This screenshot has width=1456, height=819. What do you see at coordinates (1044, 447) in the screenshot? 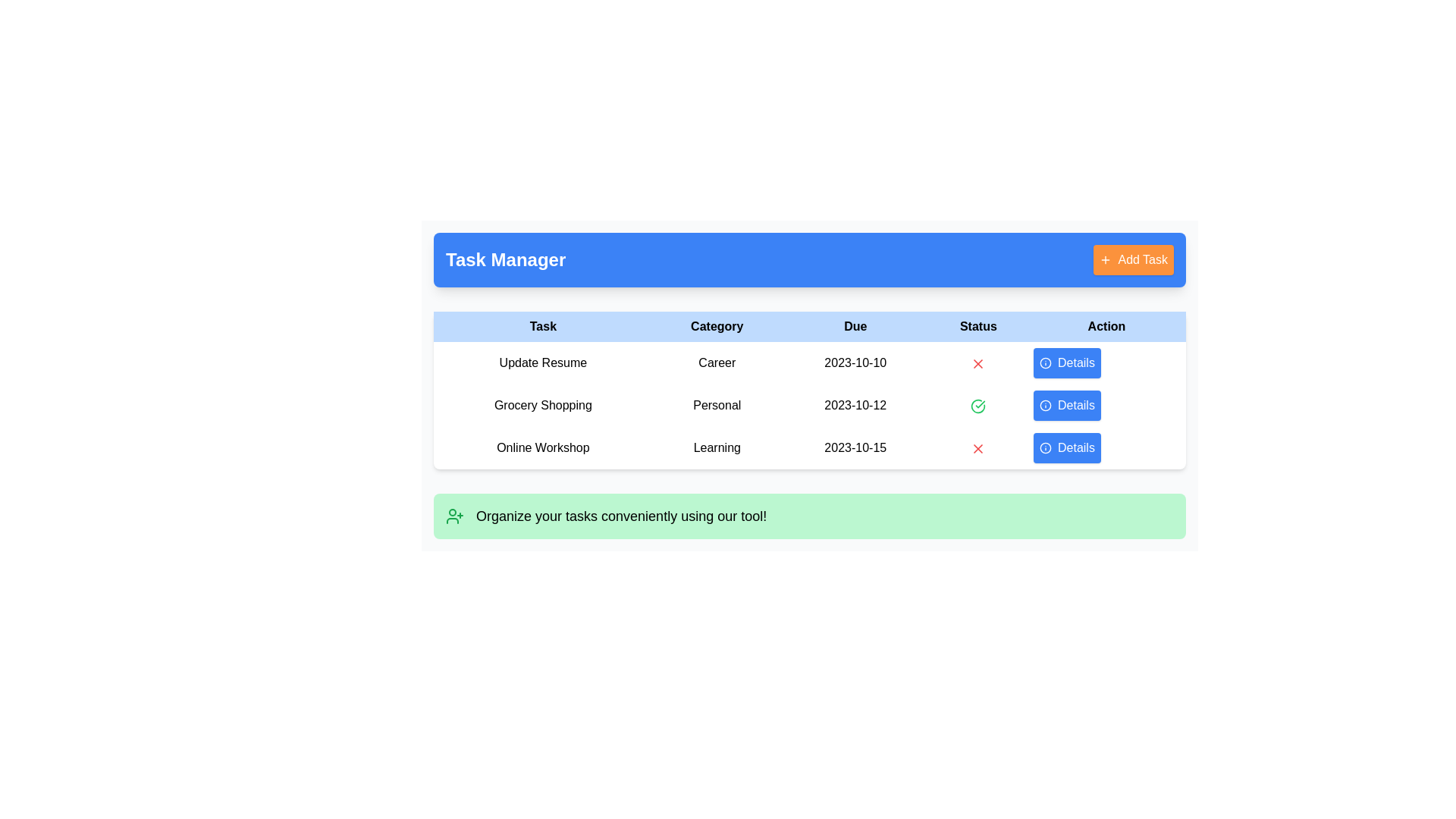
I see `the circular information icon with a white 'i' on a blue background located within the 'Details' button in the 'Action' column of the third row` at bounding box center [1044, 447].